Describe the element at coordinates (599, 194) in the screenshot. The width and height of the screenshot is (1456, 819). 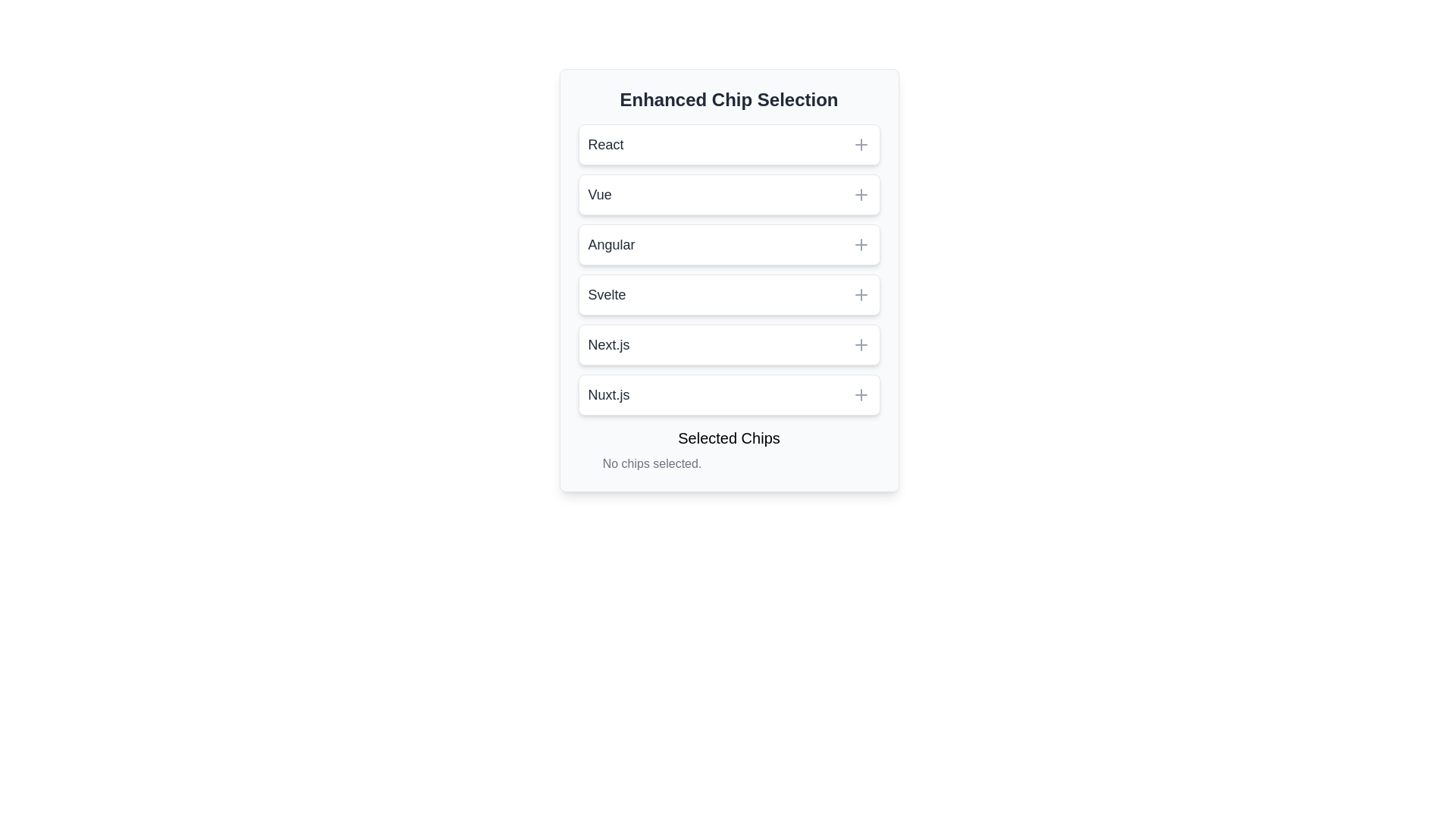
I see `the 'Vue' text label, which identifies the 'Vue' option in the list of choices, located in the second row between 'React' and 'Angular'` at that location.